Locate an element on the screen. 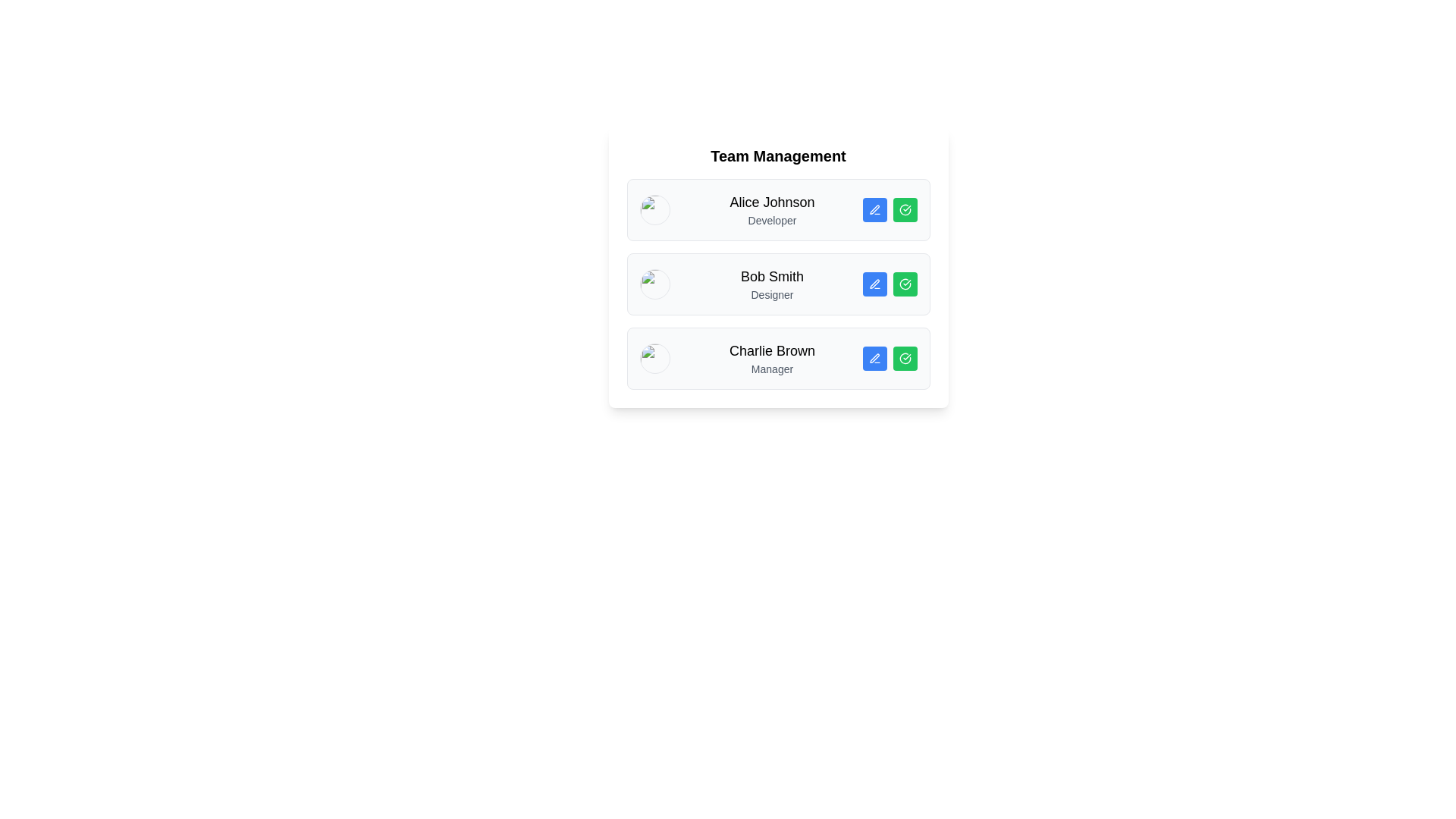 Image resolution: width=1456 pixels, height=819 pixels. the circular outline and partial arc segment of the SVG graphical element contained within the rightmost green button in the topmost row of the list under 'Alice Johnson' in the 'Team Management' section is located at coordinates (905, 210).